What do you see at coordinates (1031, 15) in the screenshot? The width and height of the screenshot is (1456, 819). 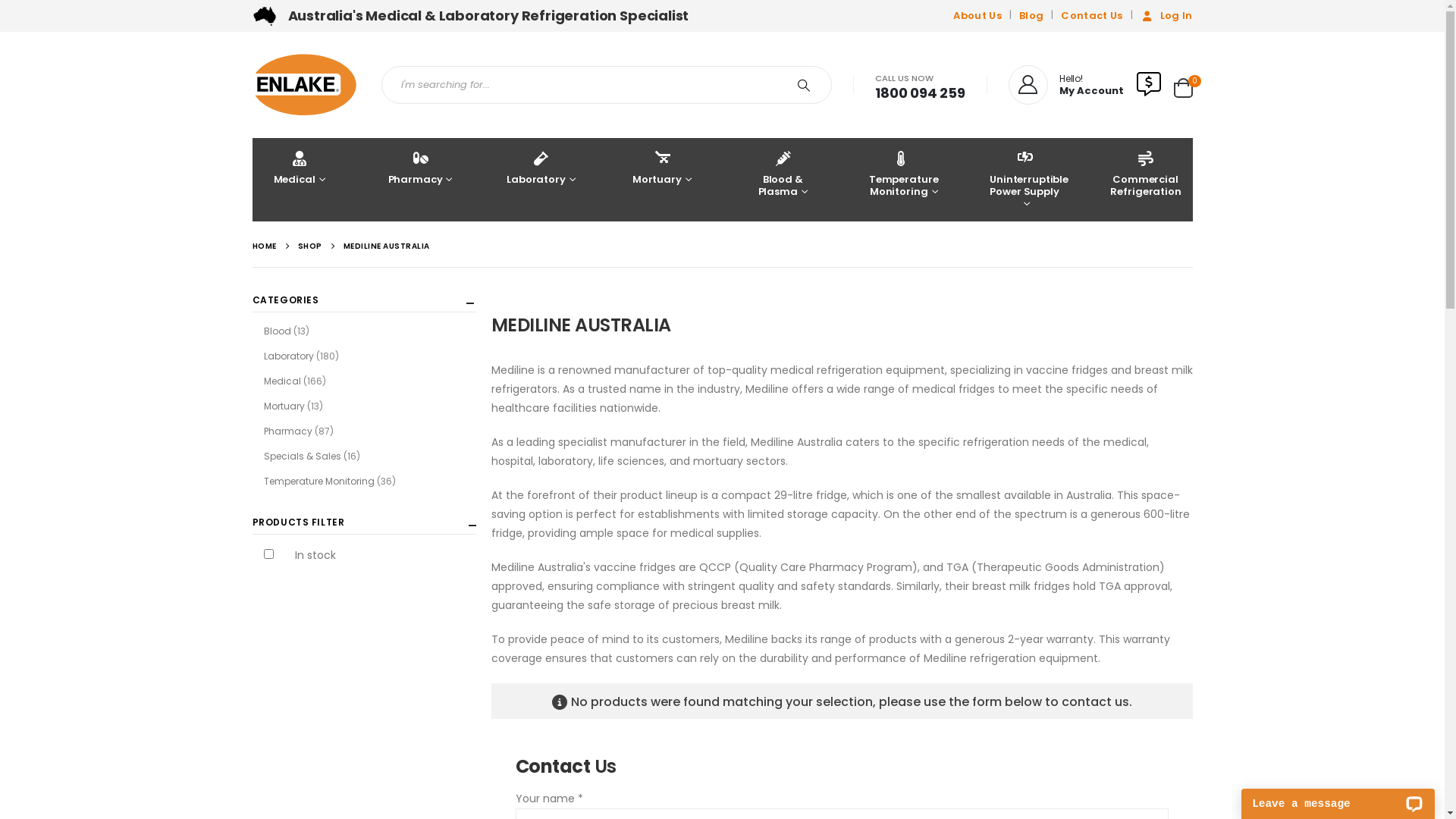 I see `'Blog'` at bounding box center [1031, 15].